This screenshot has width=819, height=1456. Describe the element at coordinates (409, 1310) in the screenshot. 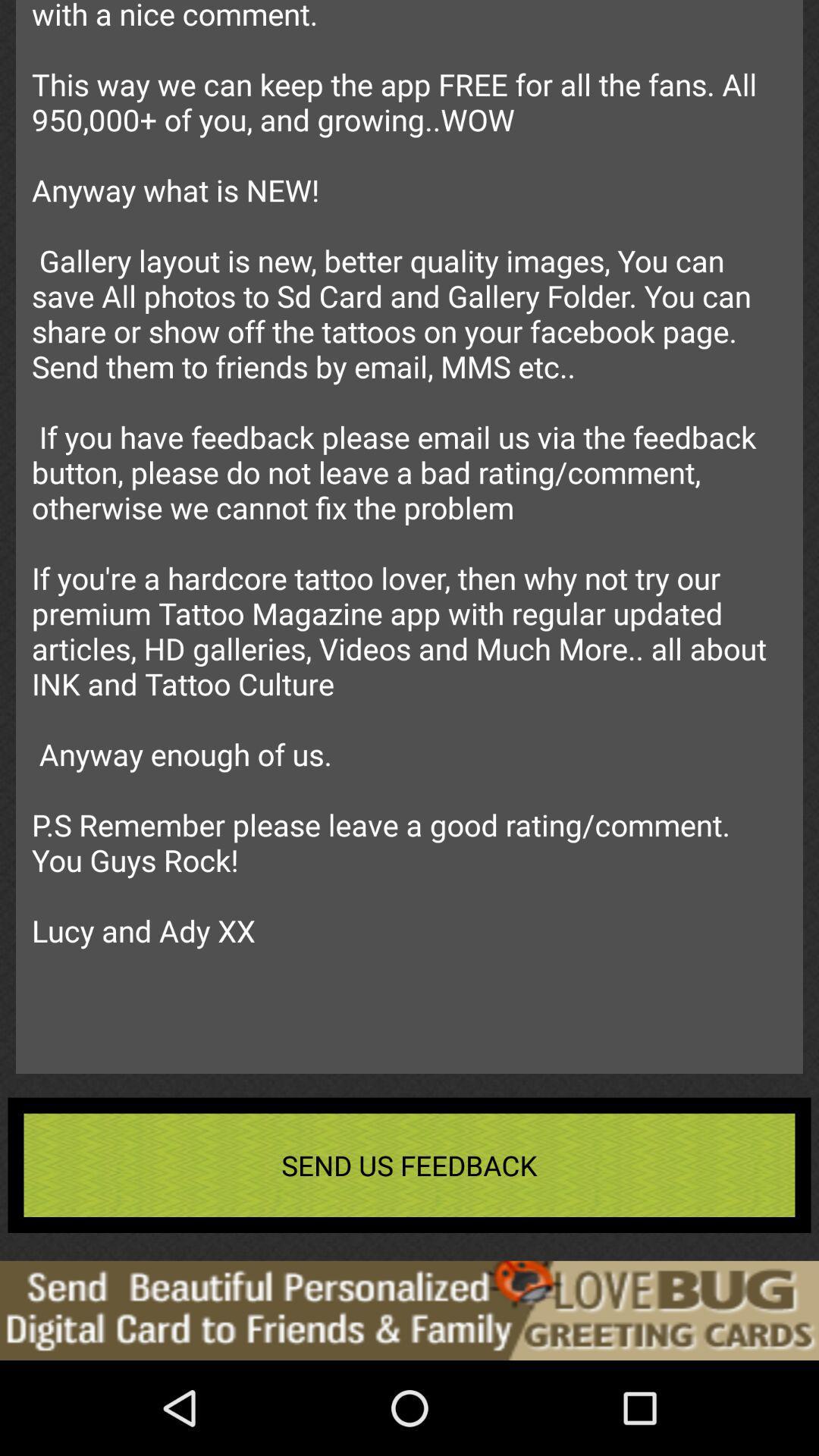

I see `advertising` at that location.